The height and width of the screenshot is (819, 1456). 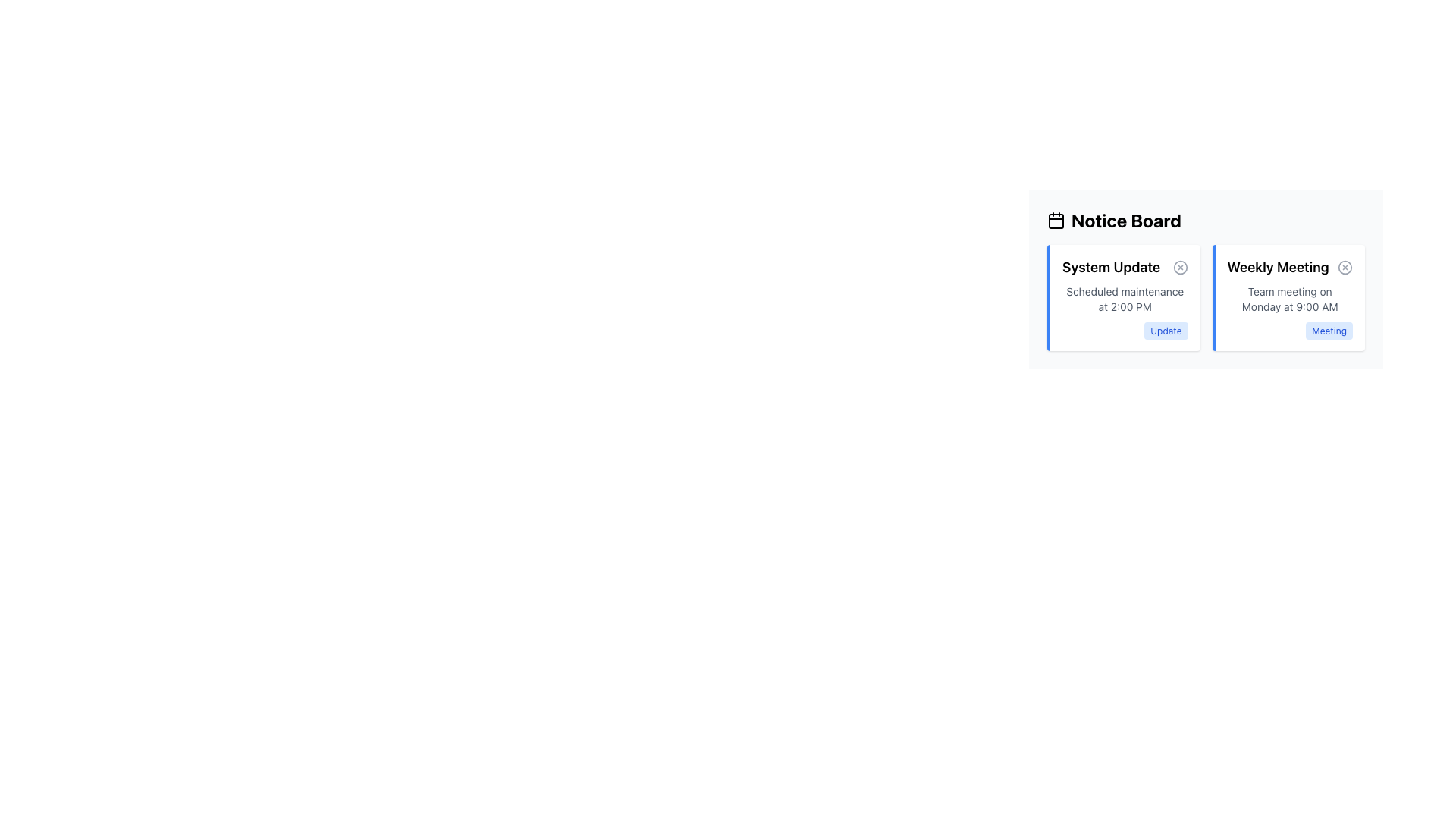 I want to click on the stylized calendar icon located at the beginning of the 'Notice Board' section, so click(x=1055, y=220).